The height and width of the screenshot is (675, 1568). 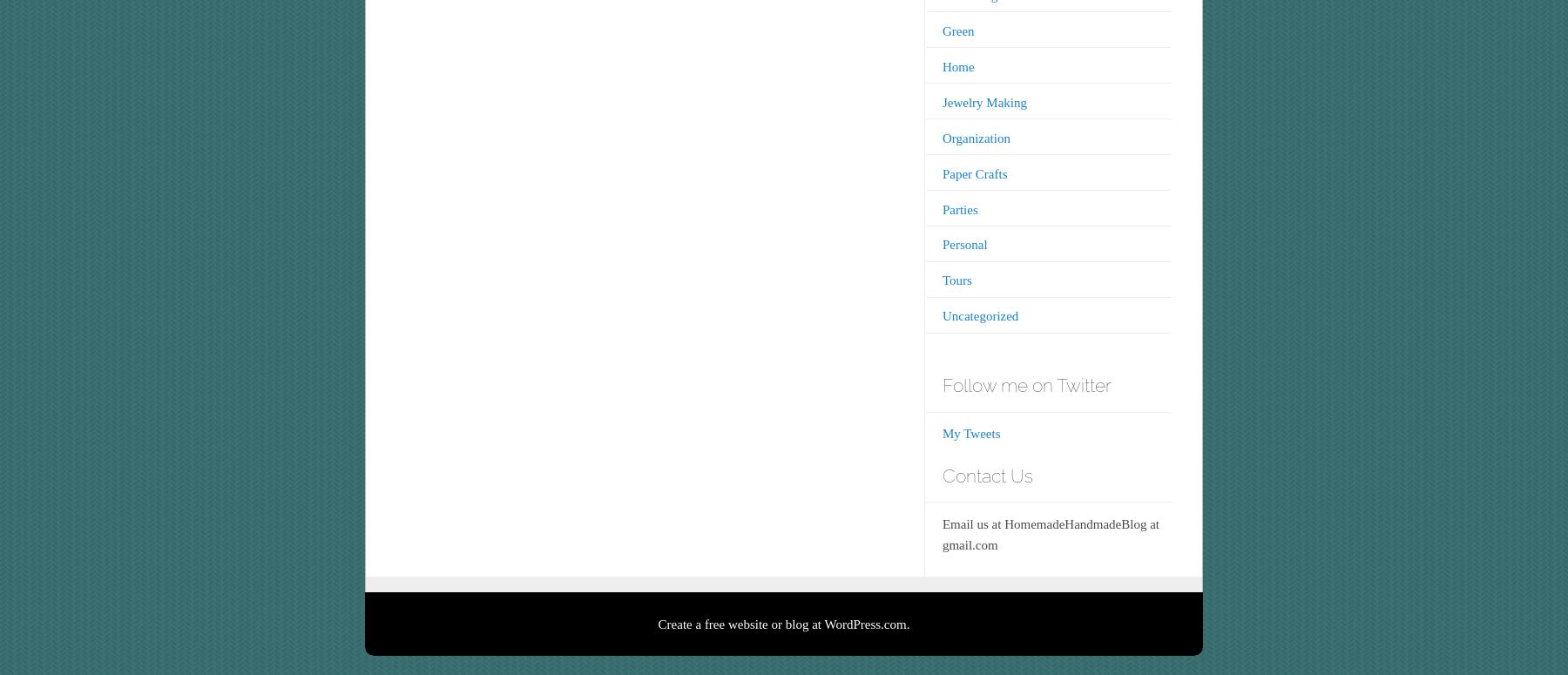 What do you see at coordinates (970, 433) in the screenshot?
I see `'My Tweets'` at bounding box center [970, 433].